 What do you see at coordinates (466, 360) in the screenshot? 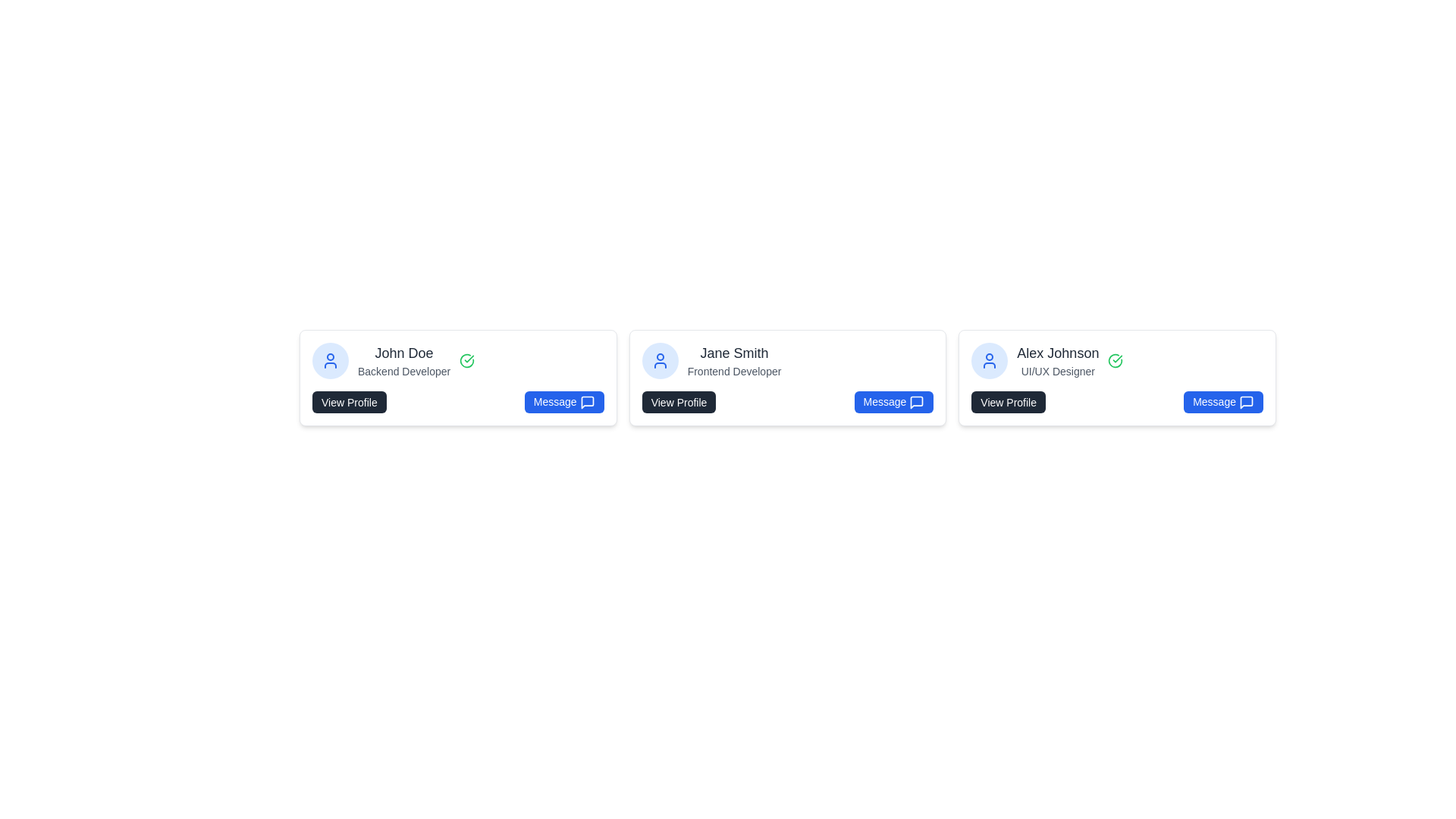
I see `the verification icon component that indicates a verified status for the individual named 'John Doe', positioned to the right of 'Backend Developer'` at bounding box center [466, 360].